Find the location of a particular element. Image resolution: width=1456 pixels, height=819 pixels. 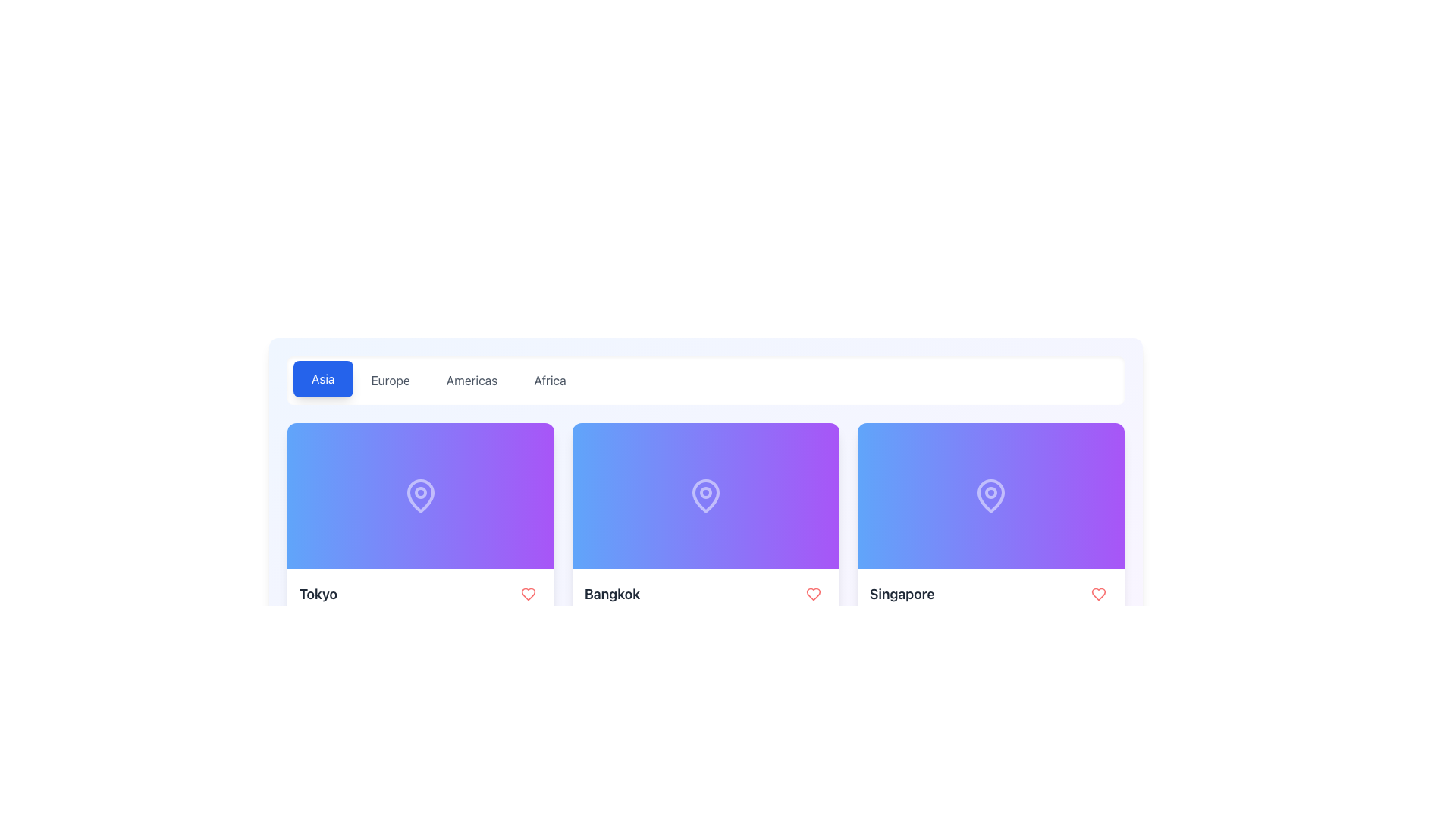

the heart icon below the 'Singapore' card in the third column of the grid layout is located at coordinates (1099, 593).